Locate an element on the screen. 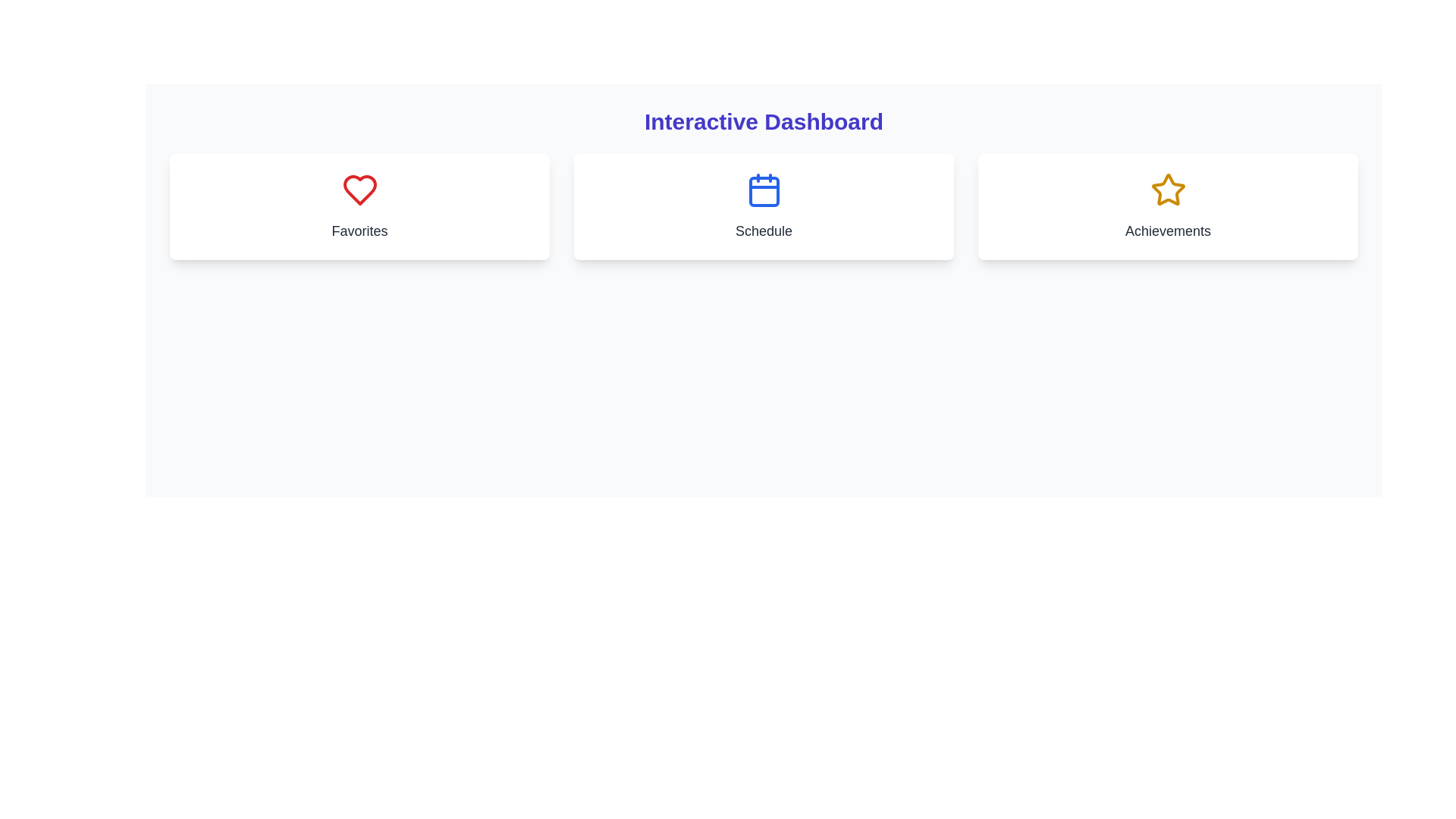 This screenshot has height=819, width=1456. the clickable card displaying a blue calendar icon and the text 'Schedule' in bold, located centrally between the 'Favorites' and 'Achievements' cards is located at coordinates (764, 207).